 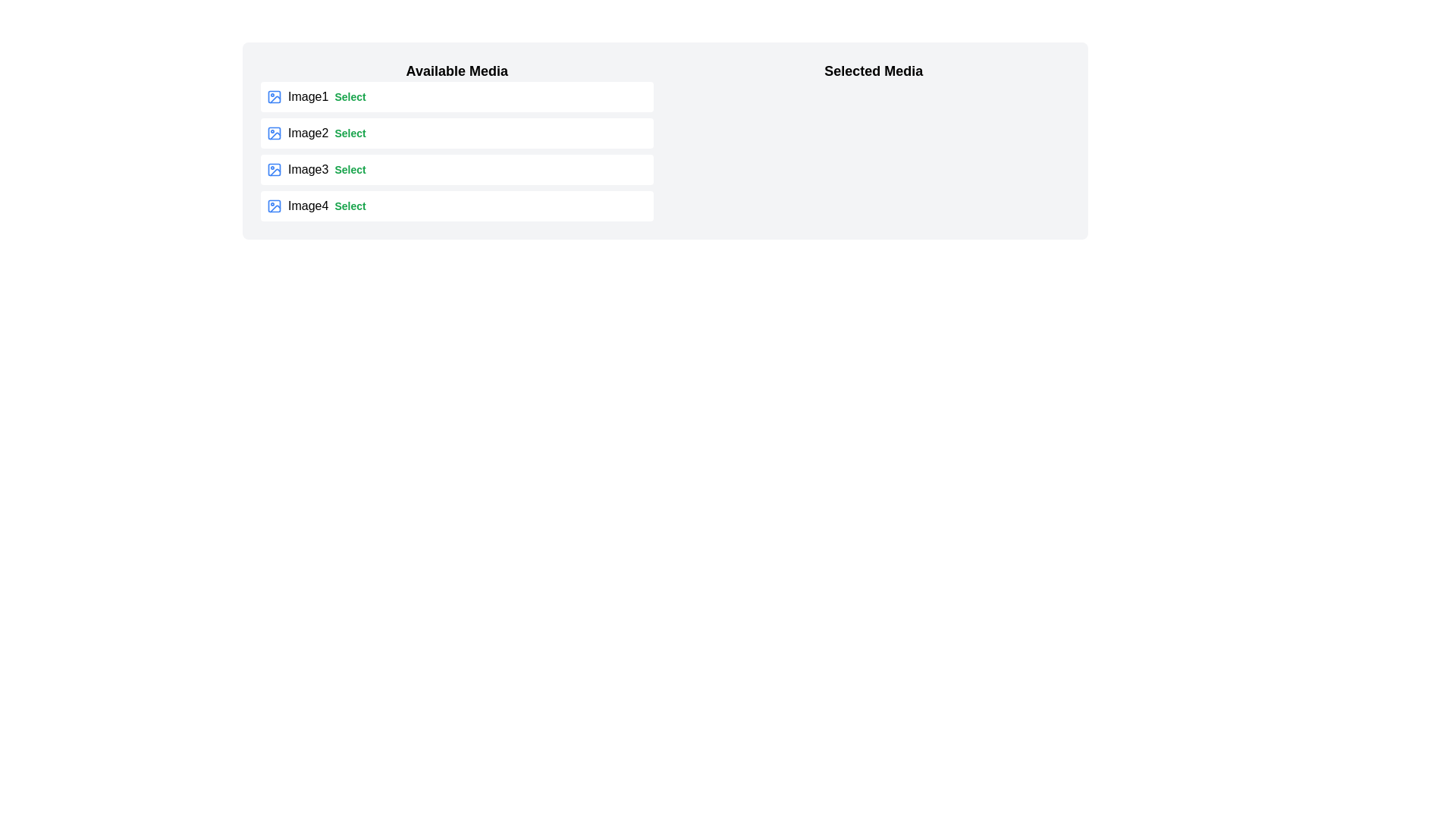 I want to click on the icon representing a media item in the 'Available Media' section, located next to the label 'Image3', so click(x=274, y=169).